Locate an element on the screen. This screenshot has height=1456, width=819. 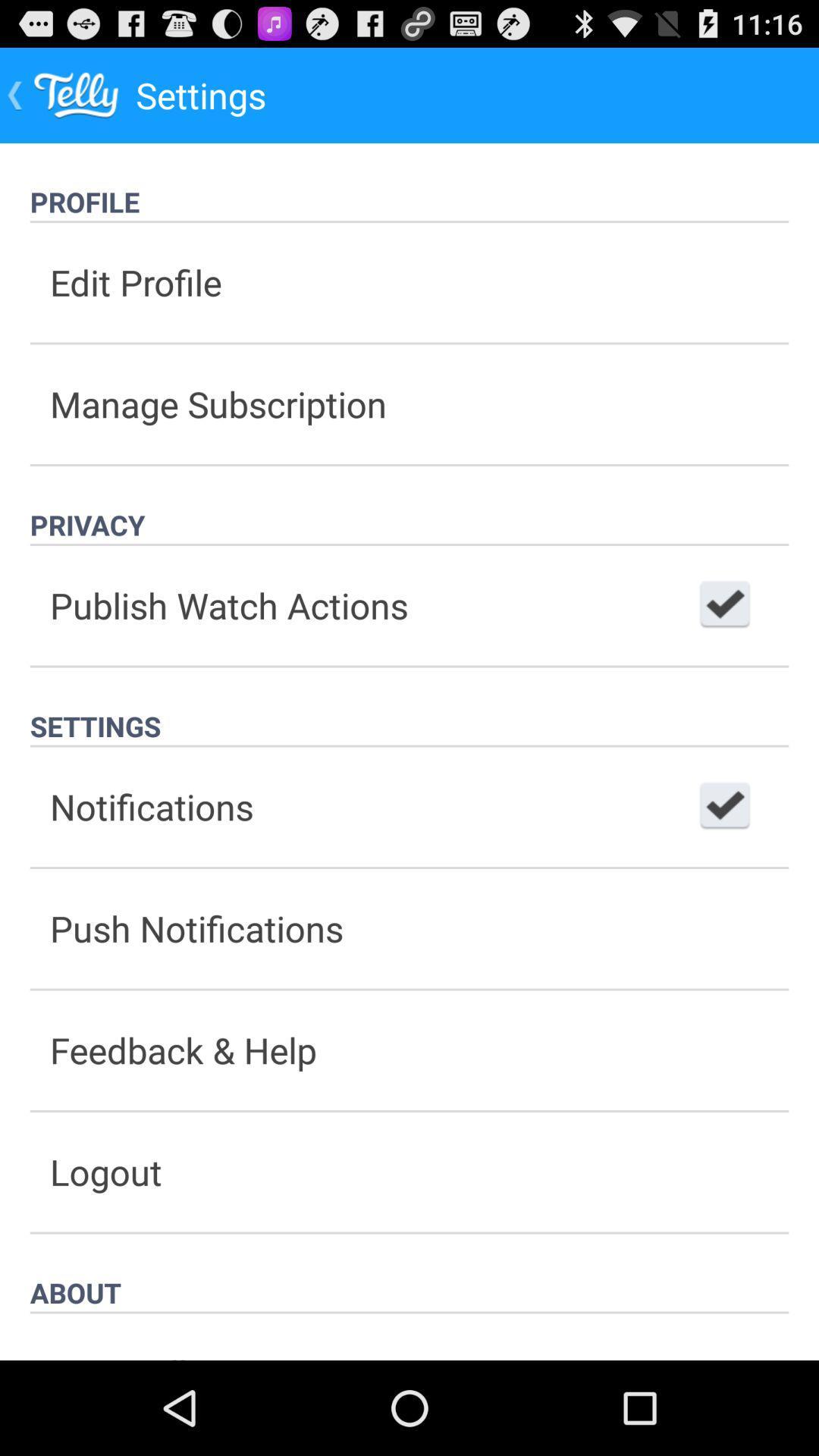
the icon above logout item is located at coordinates (409, 1050).